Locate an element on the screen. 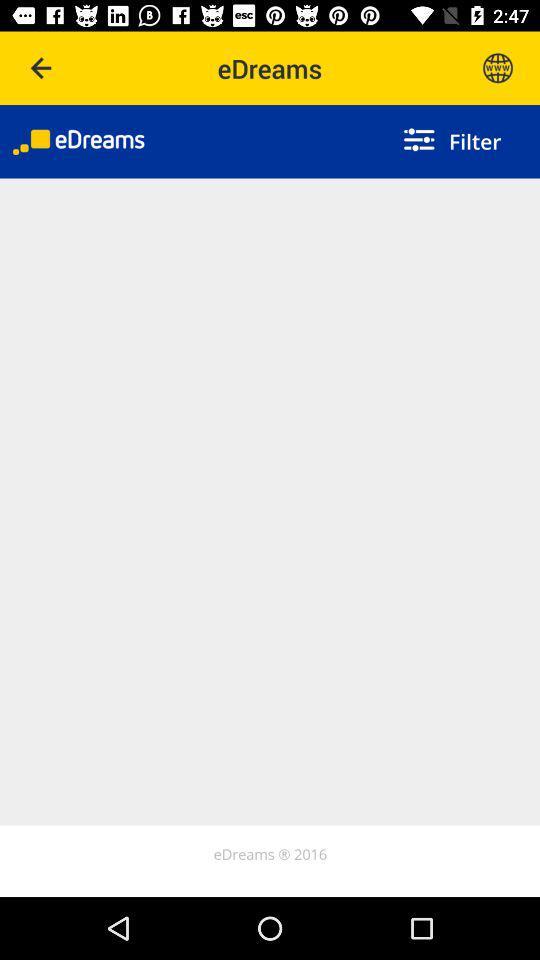  previous button is located at coordinates (42, 68).